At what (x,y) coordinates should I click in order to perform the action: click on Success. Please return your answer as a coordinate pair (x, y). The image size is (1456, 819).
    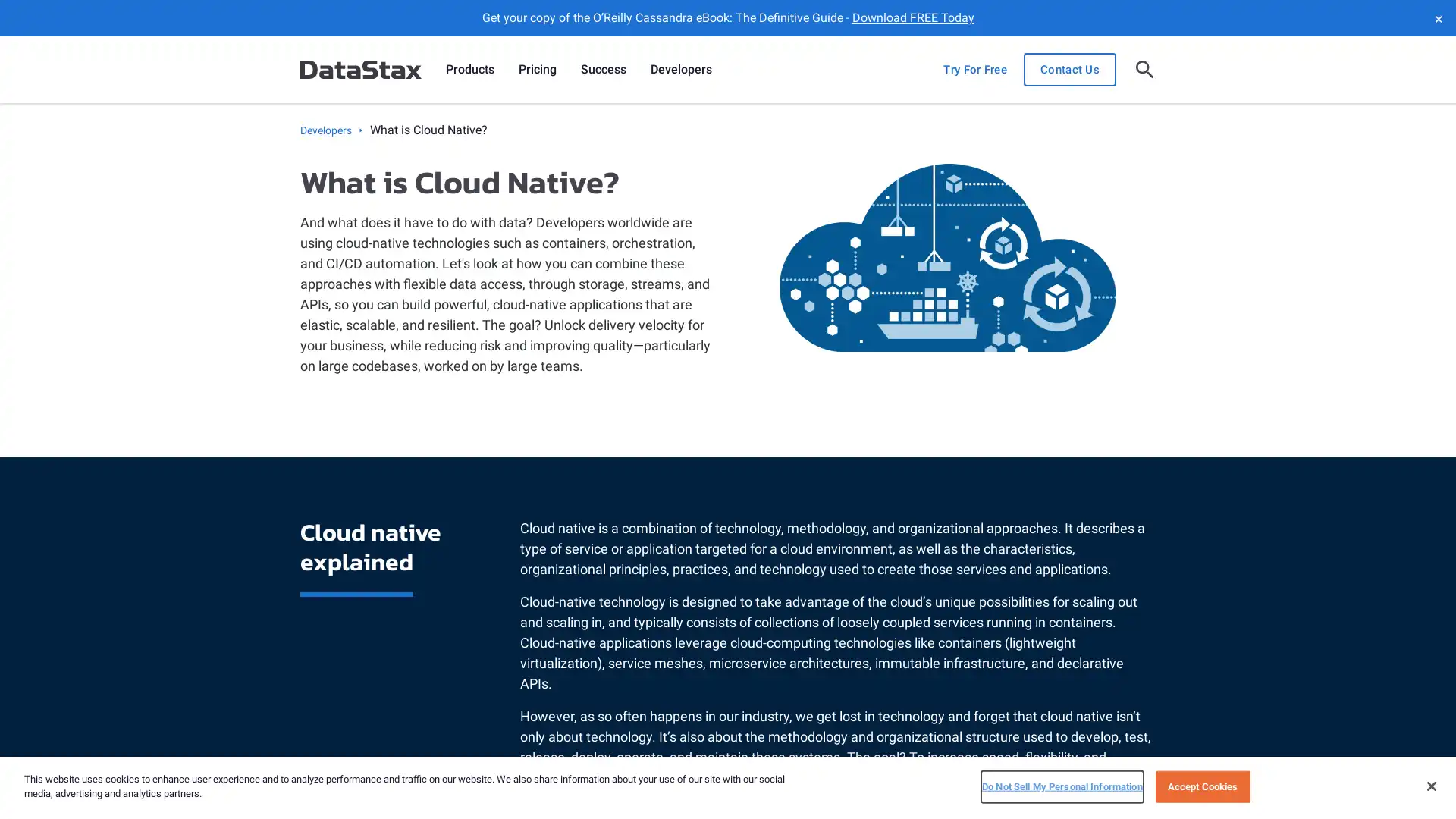
    Looking at the image, I should click on (603, 70).